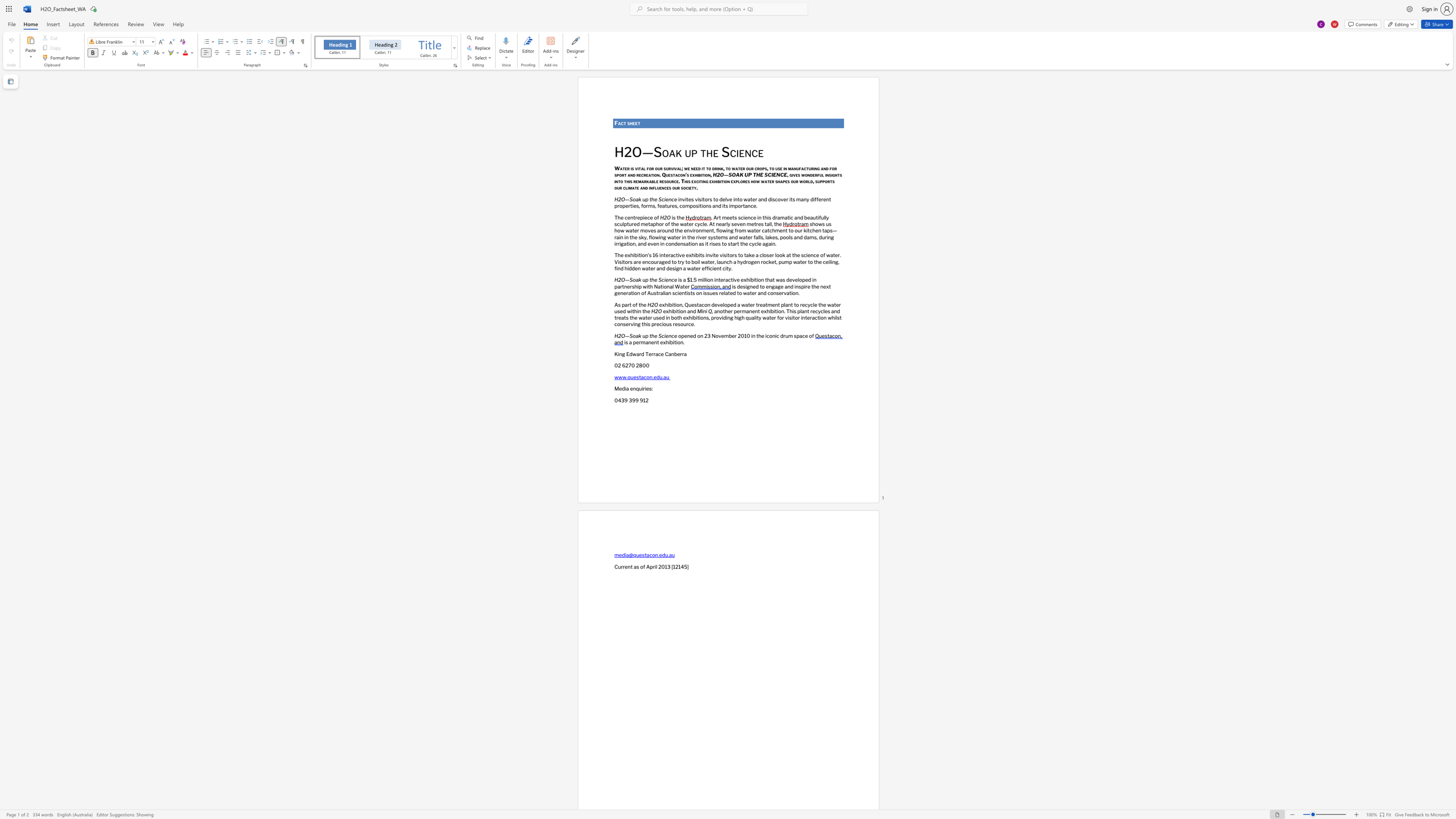 This screenshot has height=819, width=1456. Describe the element at coordinates (826, 310) in the screenshot. I see `the subset text "s and treats the water used in both exhibitions, providing high quality w" within the text ", another permanent exhibition. This plant recycles and treats the water used in both exhibitions, providing high quality water for visitor interaction whilst conserving this precious resource."` at that location.